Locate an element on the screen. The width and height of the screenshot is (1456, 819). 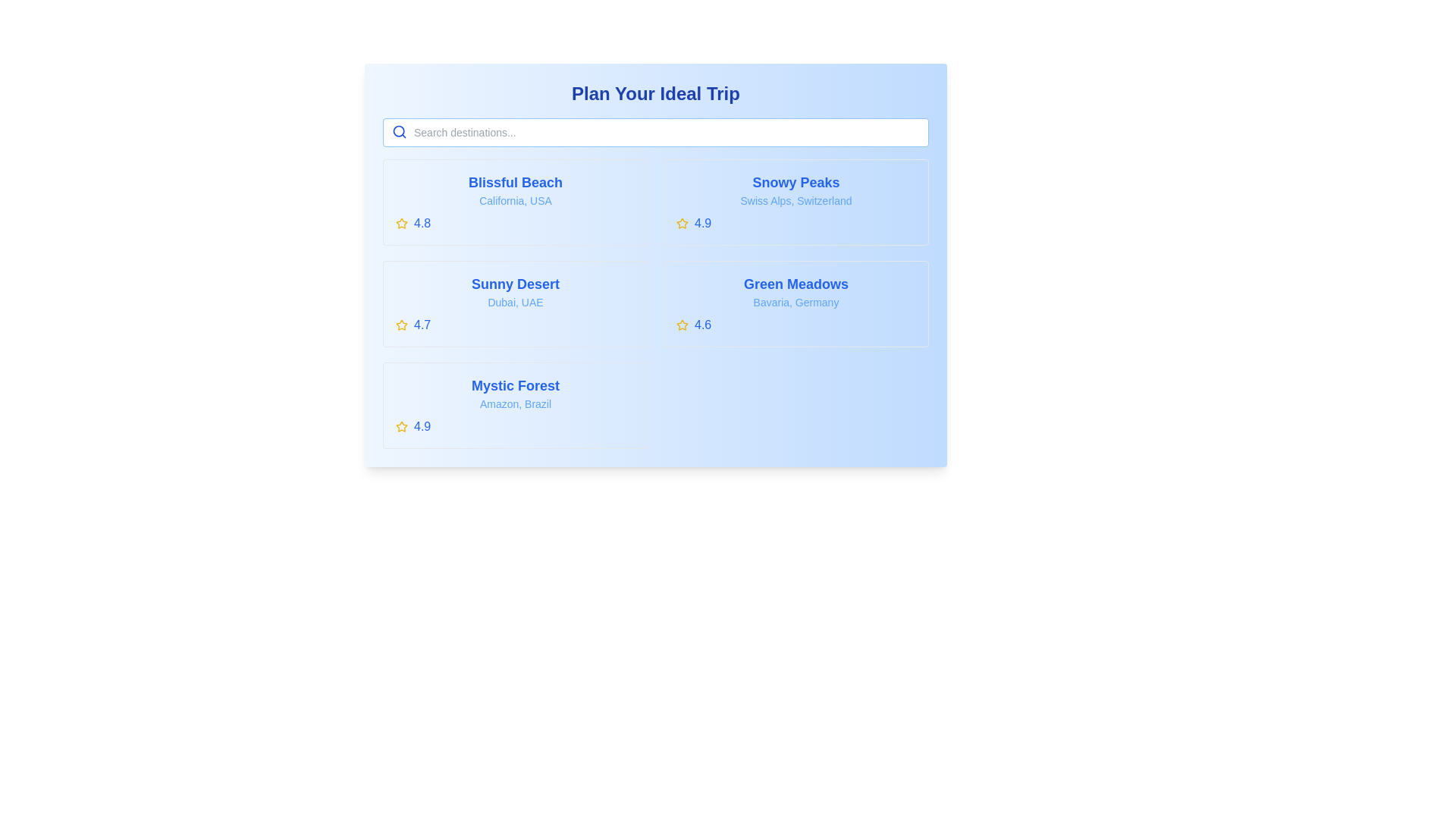
the fifth interactive card is located at coordinates (516, 405).